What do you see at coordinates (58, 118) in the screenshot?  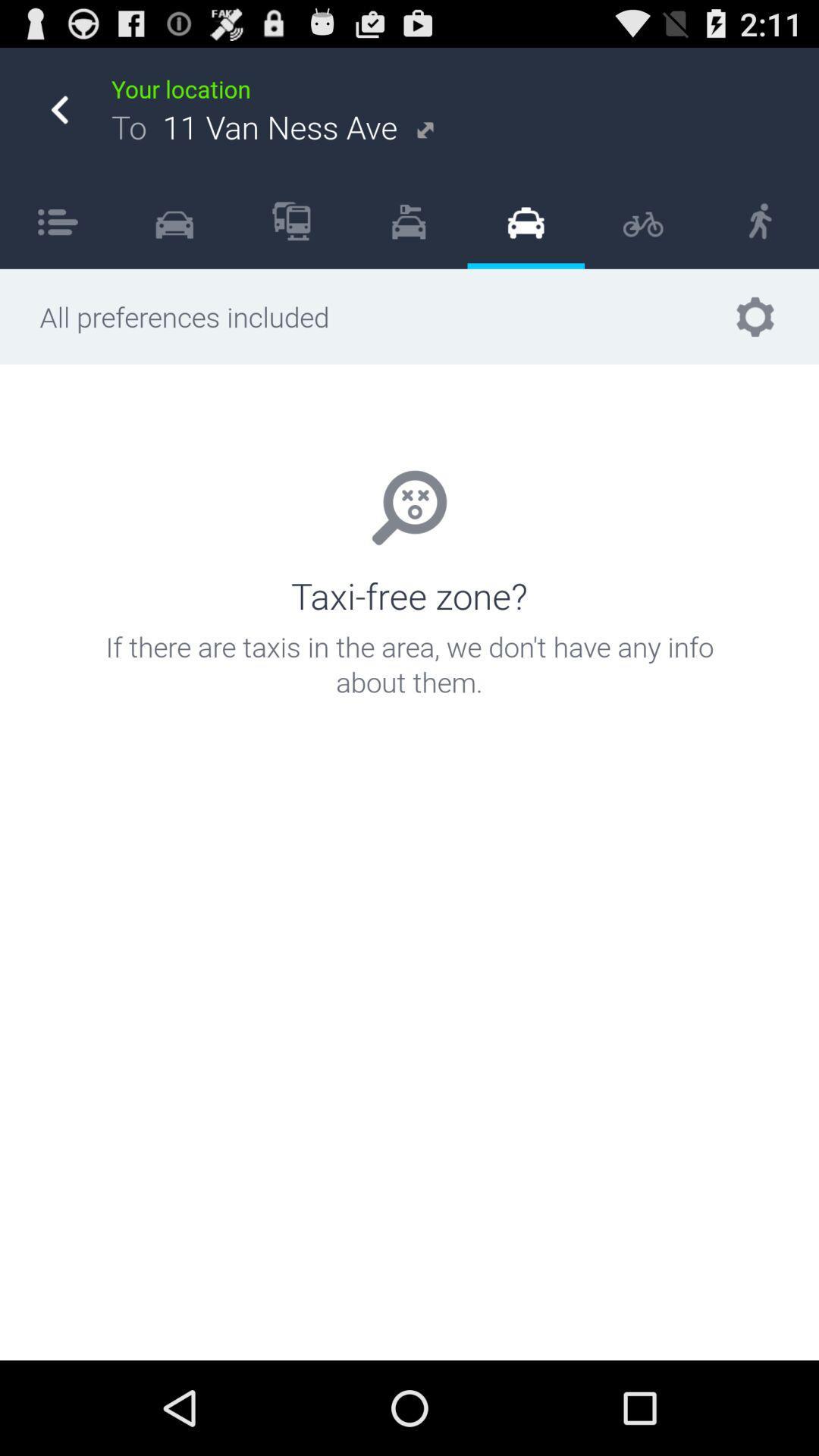 I see `the arrow_backward icon` at bounding box center [58, 118].